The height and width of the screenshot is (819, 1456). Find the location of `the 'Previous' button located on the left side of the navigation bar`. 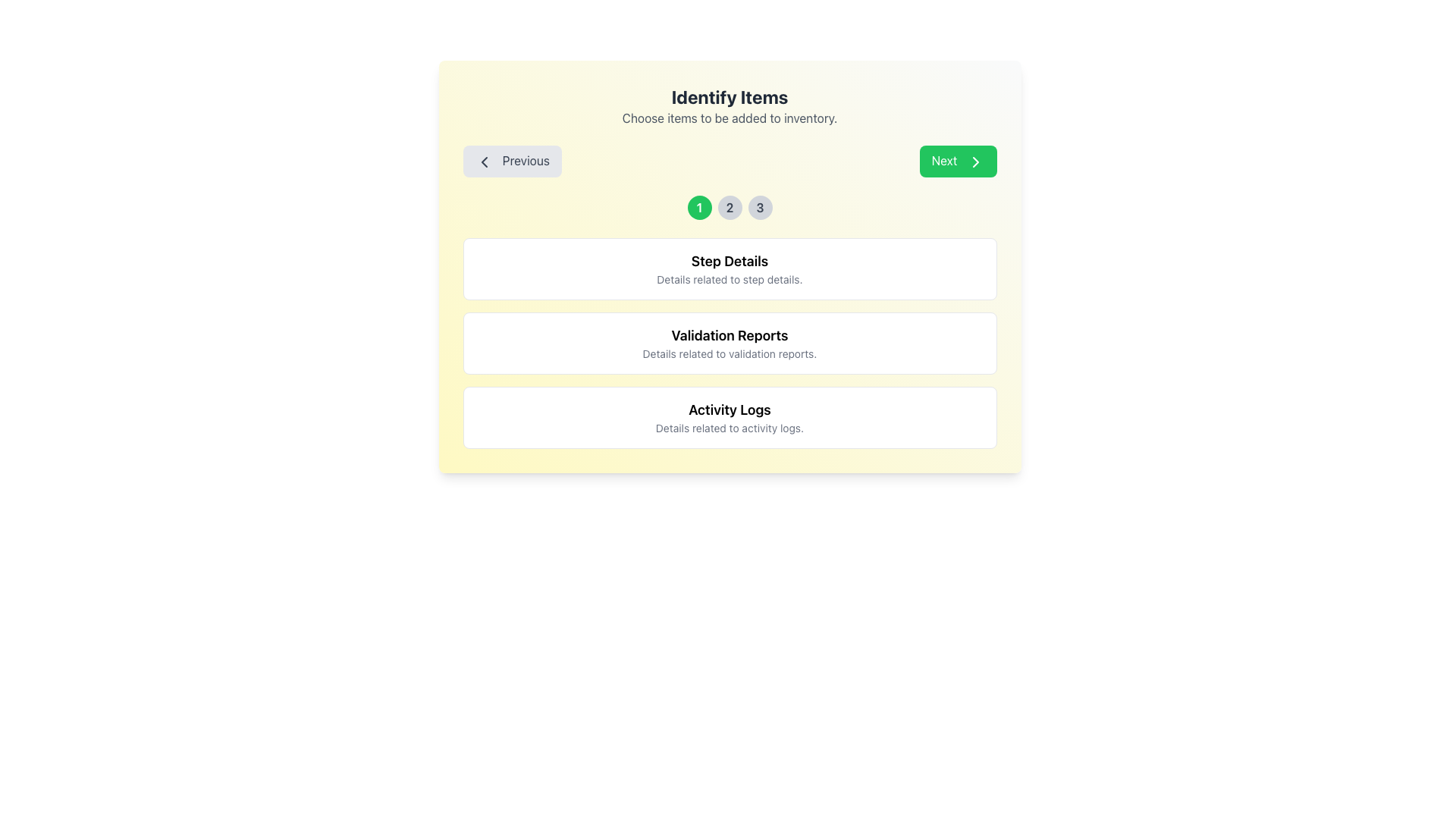

the 'Previous' button located on the left side of the navigation bar is located at coordinates (512, 161).